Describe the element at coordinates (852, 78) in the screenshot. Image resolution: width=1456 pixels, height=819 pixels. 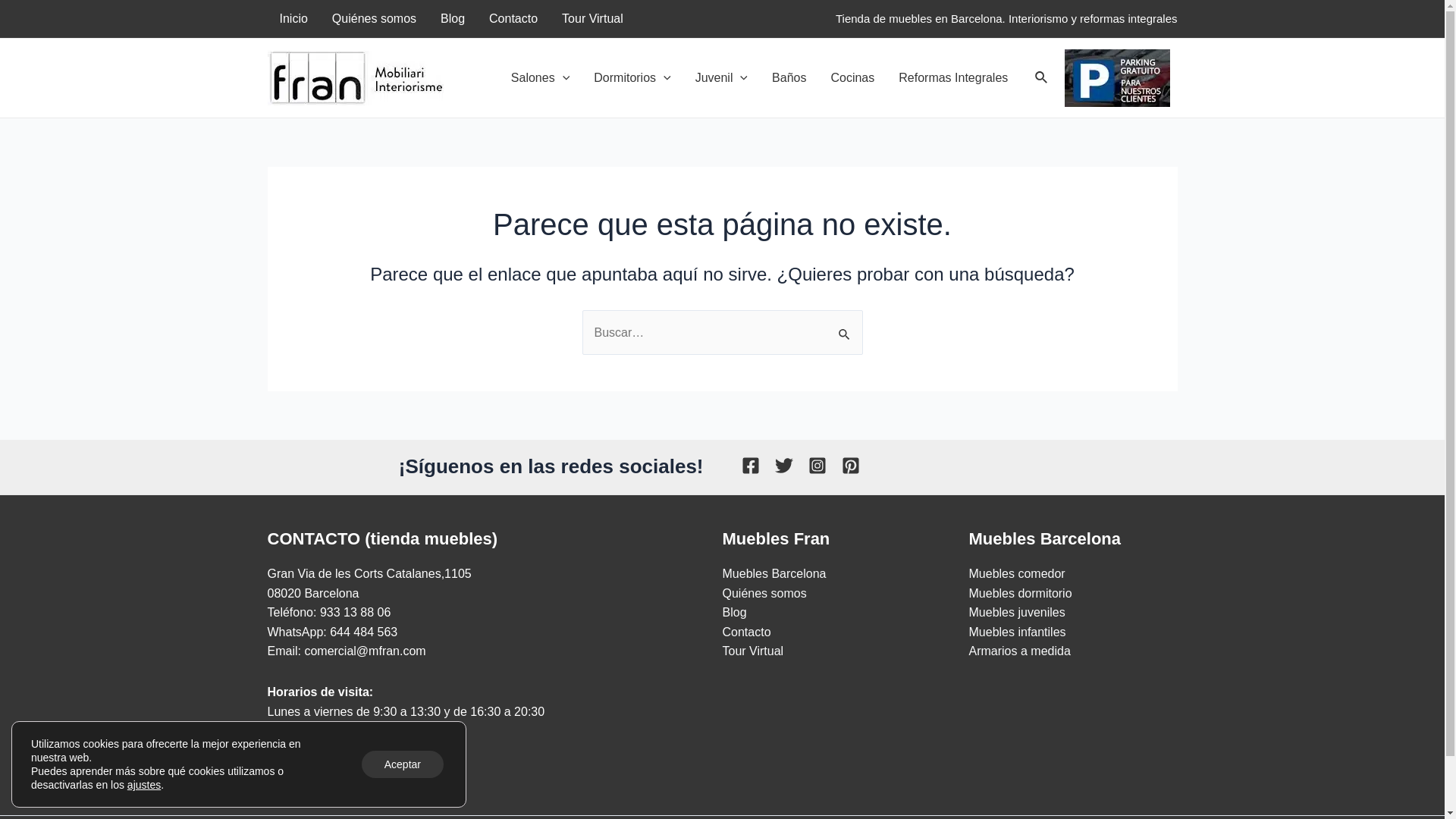
I see `'Cocinas'` at that location.